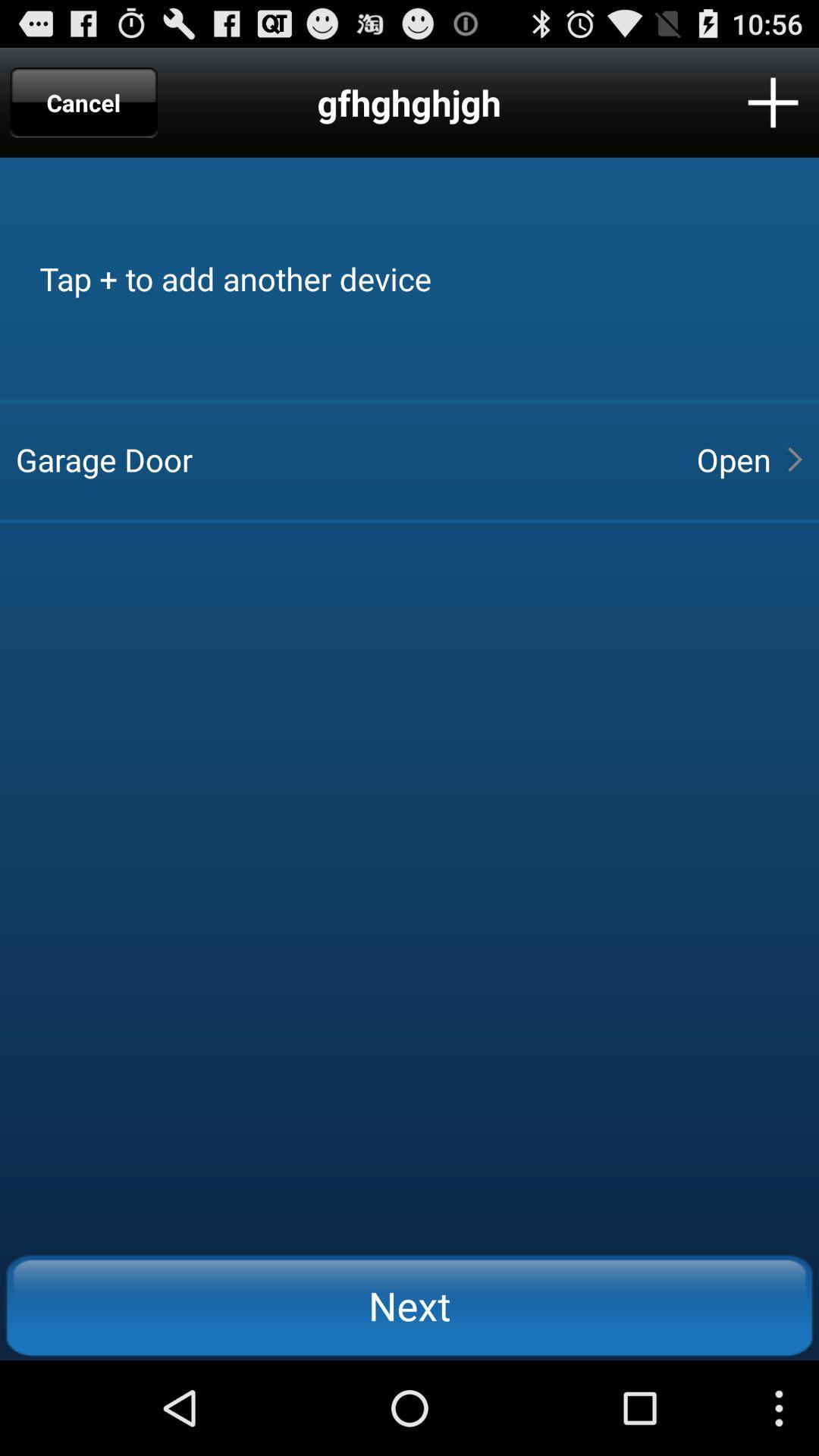 This screenshot has width=819, height=1456. I want to click on icon above the tap to add item, so click(83, 102).